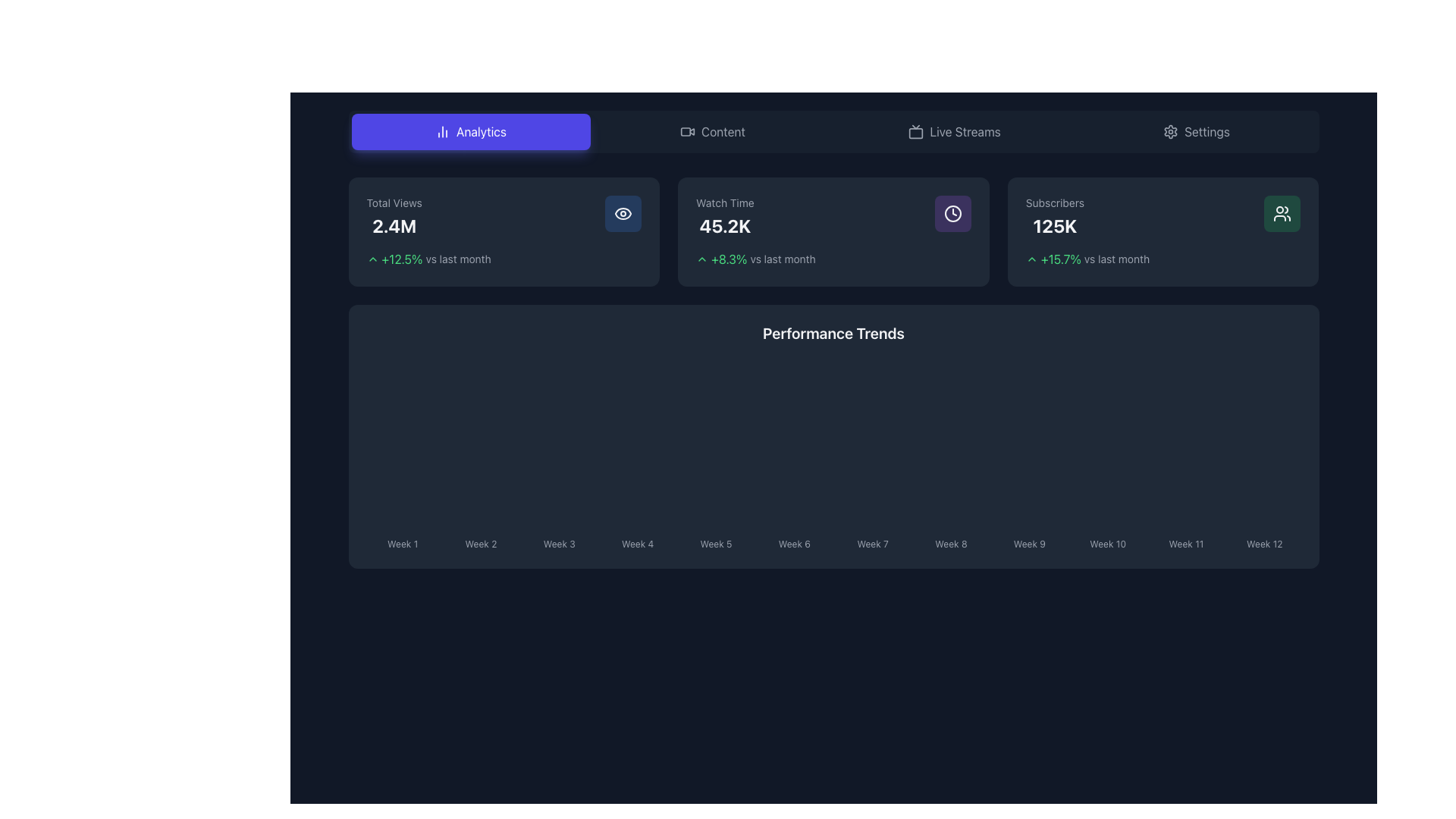 This screenshot has height=819, width=1456. What do you see at coordinates (1054, 225) in the screenshot?
I see `the text label displaying '125K' in bold, large white font, located within the 'Subscribers' section in the upper-right corner of the interface` at bounding box center [1054, 225].